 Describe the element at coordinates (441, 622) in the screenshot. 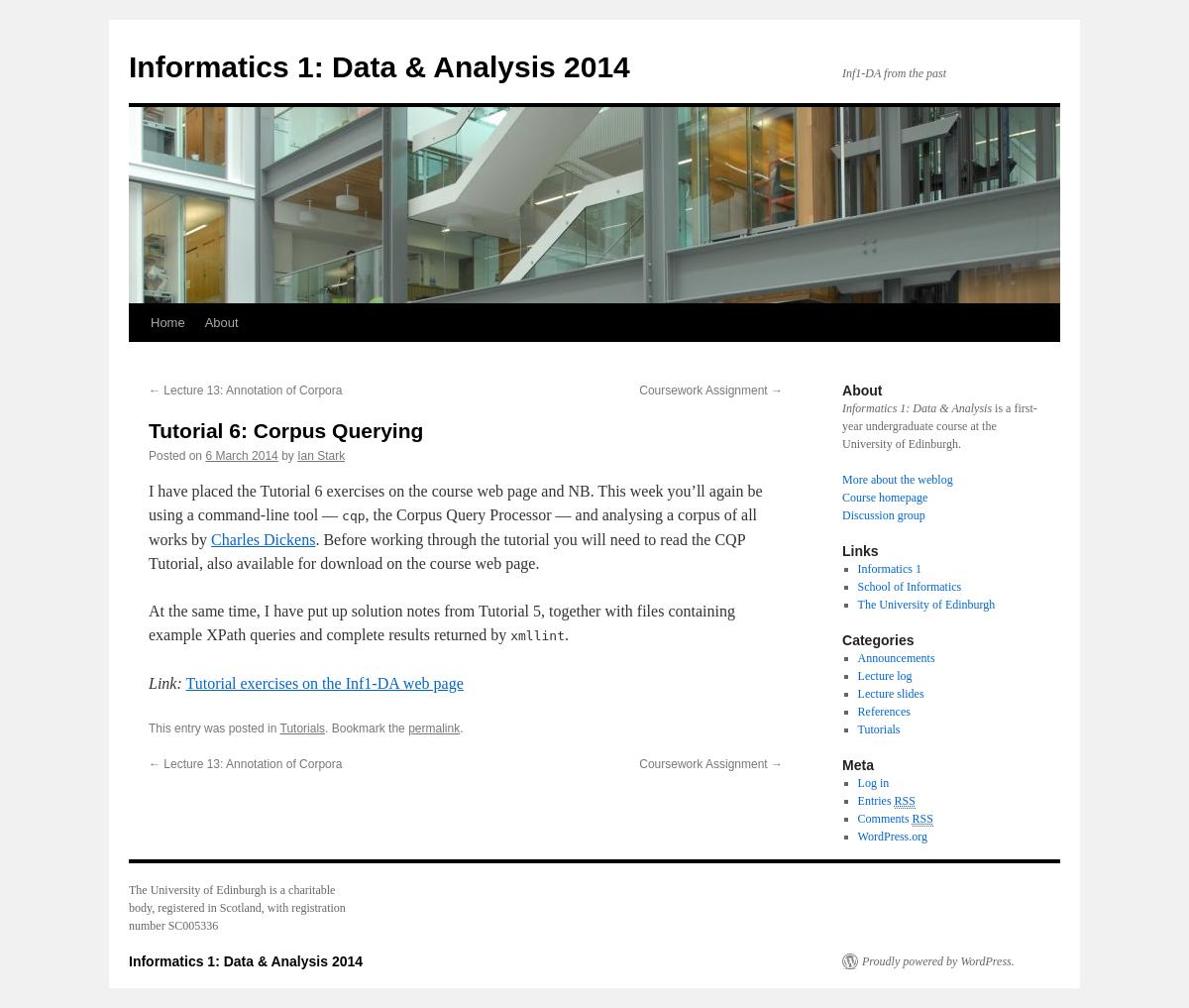

I see `'At the same time, I have put up solution notes from Tutorial 5, together with files containing example XPath queries and complete results returned by'` at that location.